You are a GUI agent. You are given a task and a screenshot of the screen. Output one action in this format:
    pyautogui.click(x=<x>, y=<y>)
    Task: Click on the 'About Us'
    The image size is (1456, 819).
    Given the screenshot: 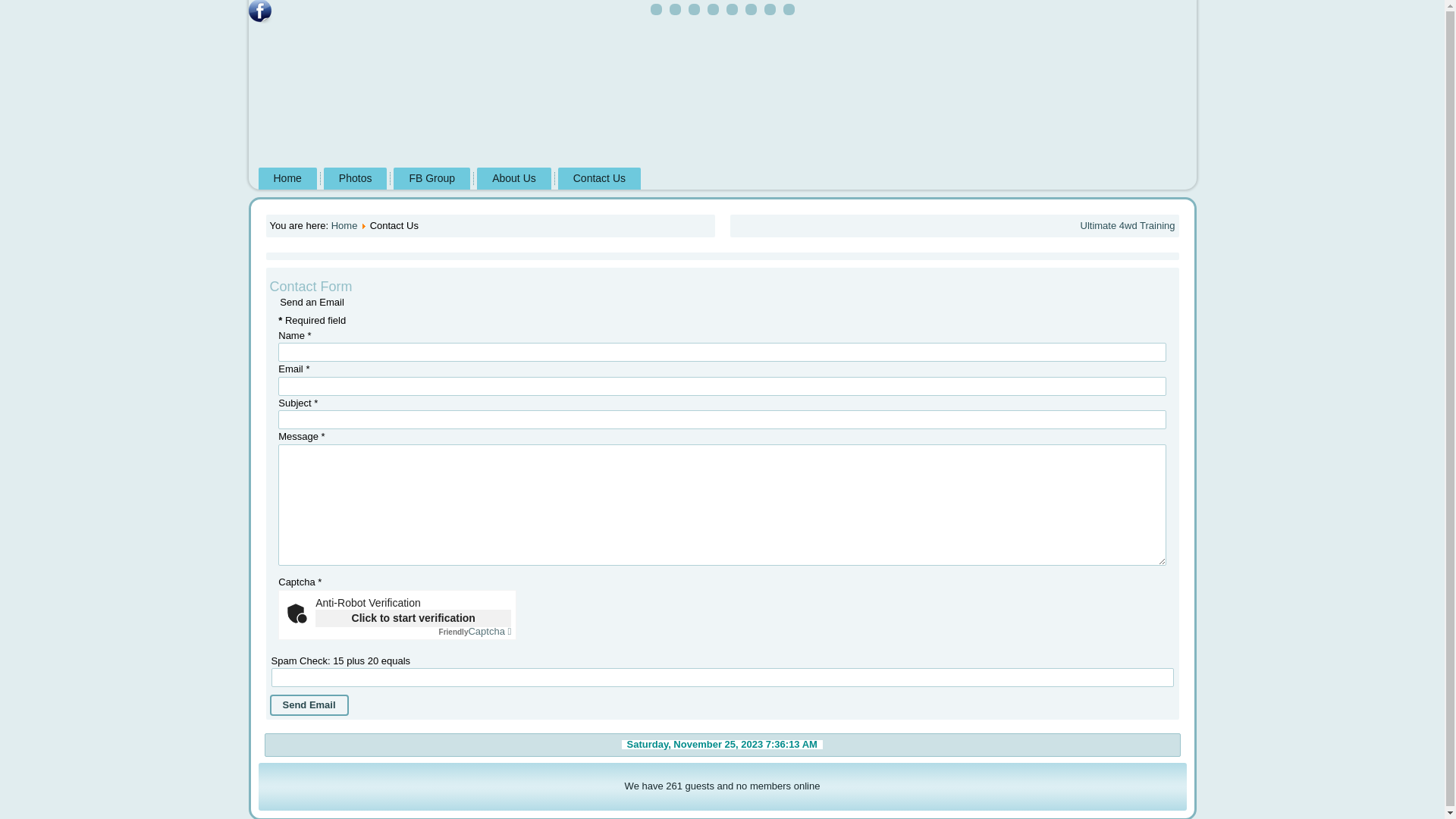 What is the action you would take?
    pyautogui.click(x=513, y=177)
    